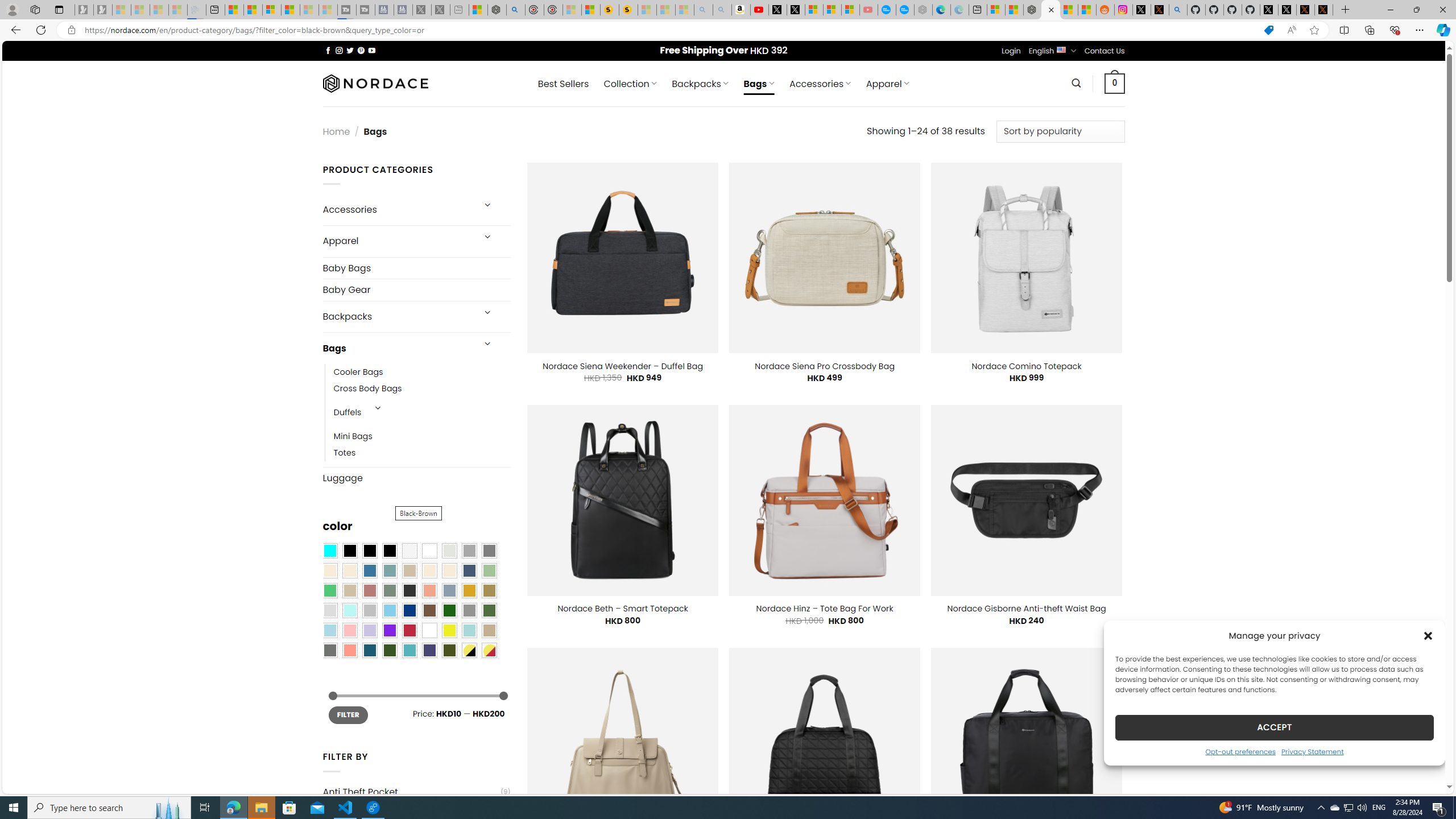 This screenshot has height=819, width=1456. I want to click on 'Cooler Bags', so click(357, 372).